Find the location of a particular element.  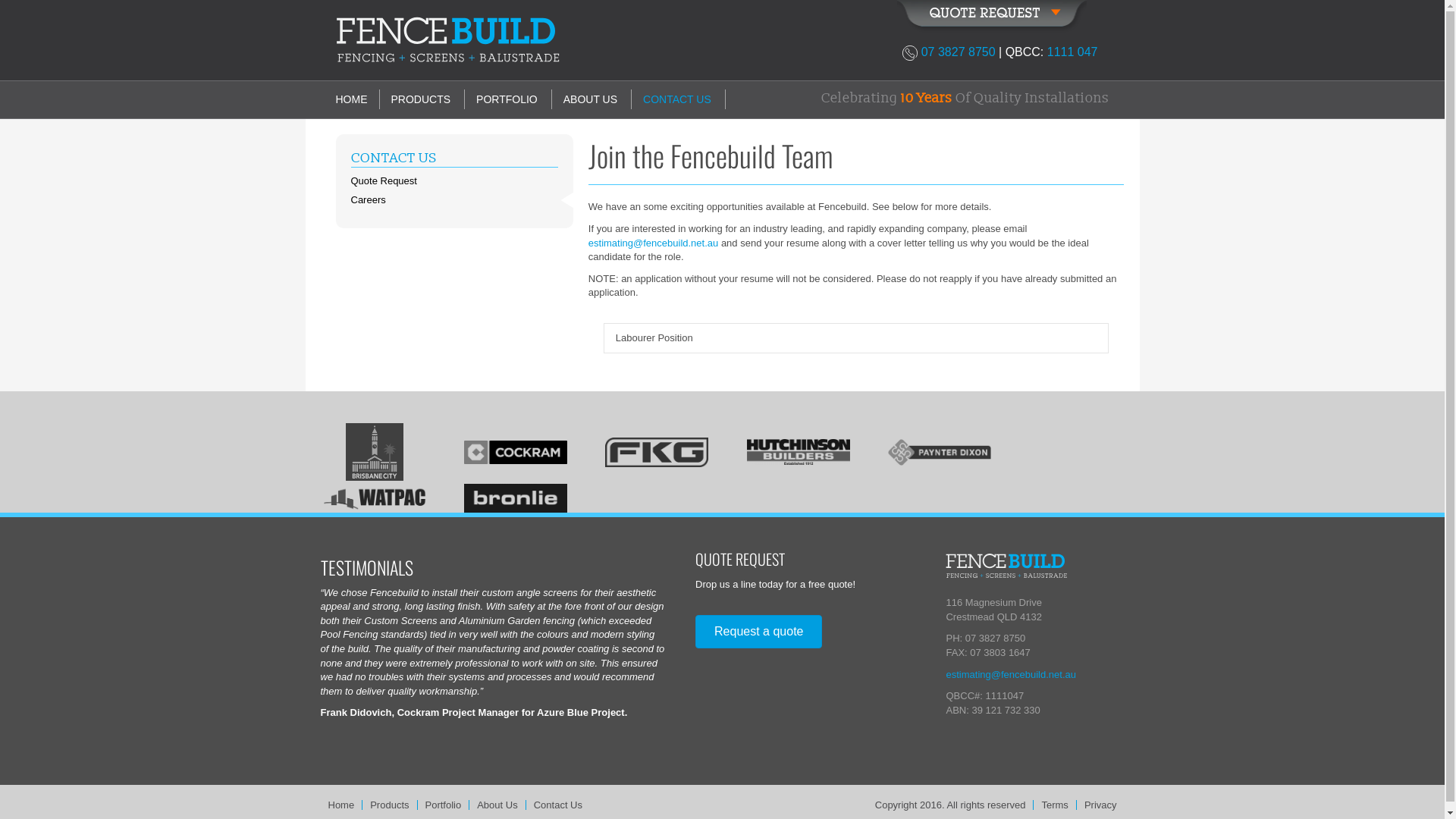

'ABOUT US' is located at coordinates (589, 99).